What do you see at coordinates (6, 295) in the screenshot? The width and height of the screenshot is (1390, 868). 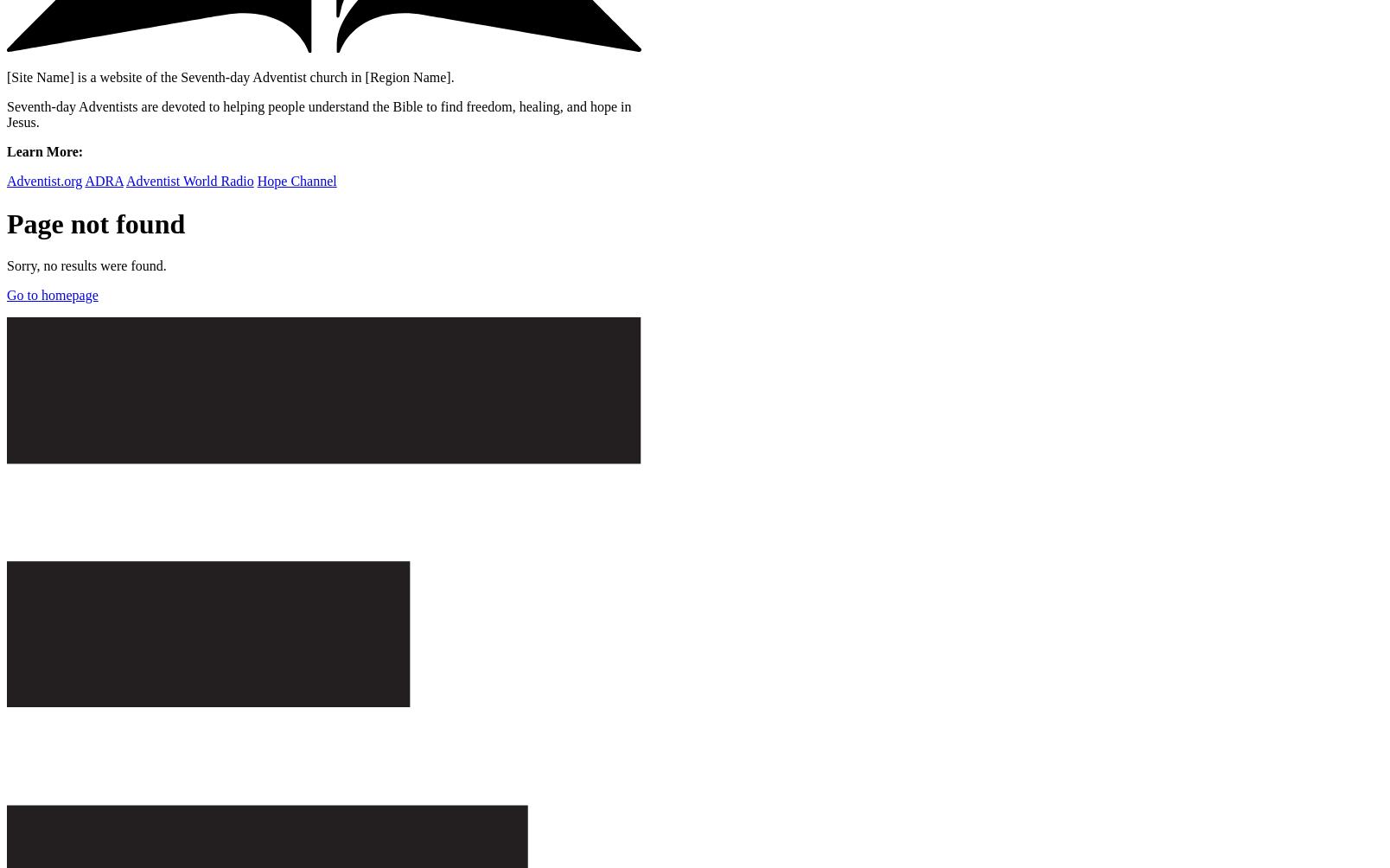 I see `'Go to homepage'` at bounding box center [6, 295].